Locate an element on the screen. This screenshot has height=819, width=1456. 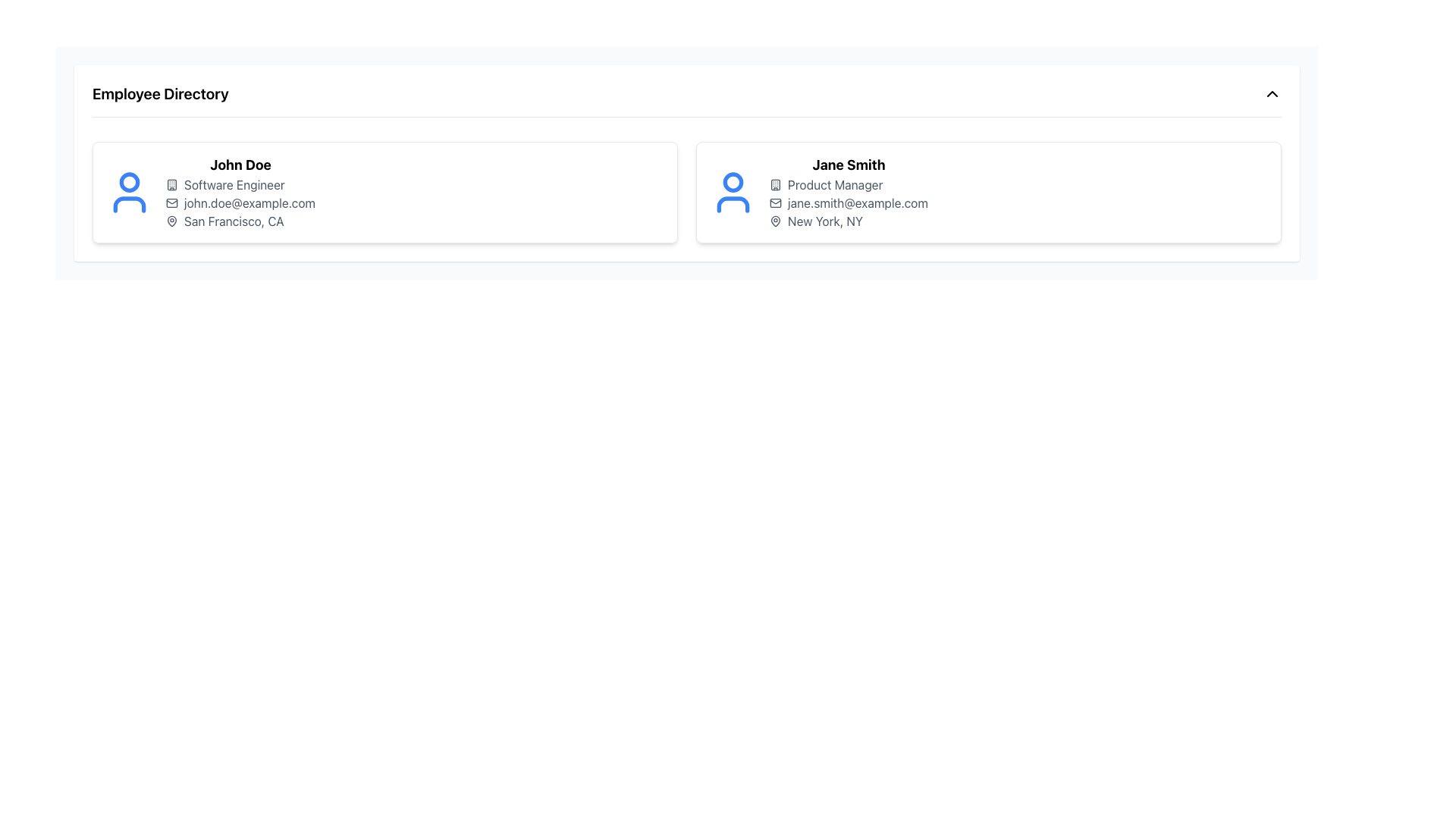
the outer shape of the SVG location pin icon associated with 'Jane Smith' is located at coordinates (775, 220).